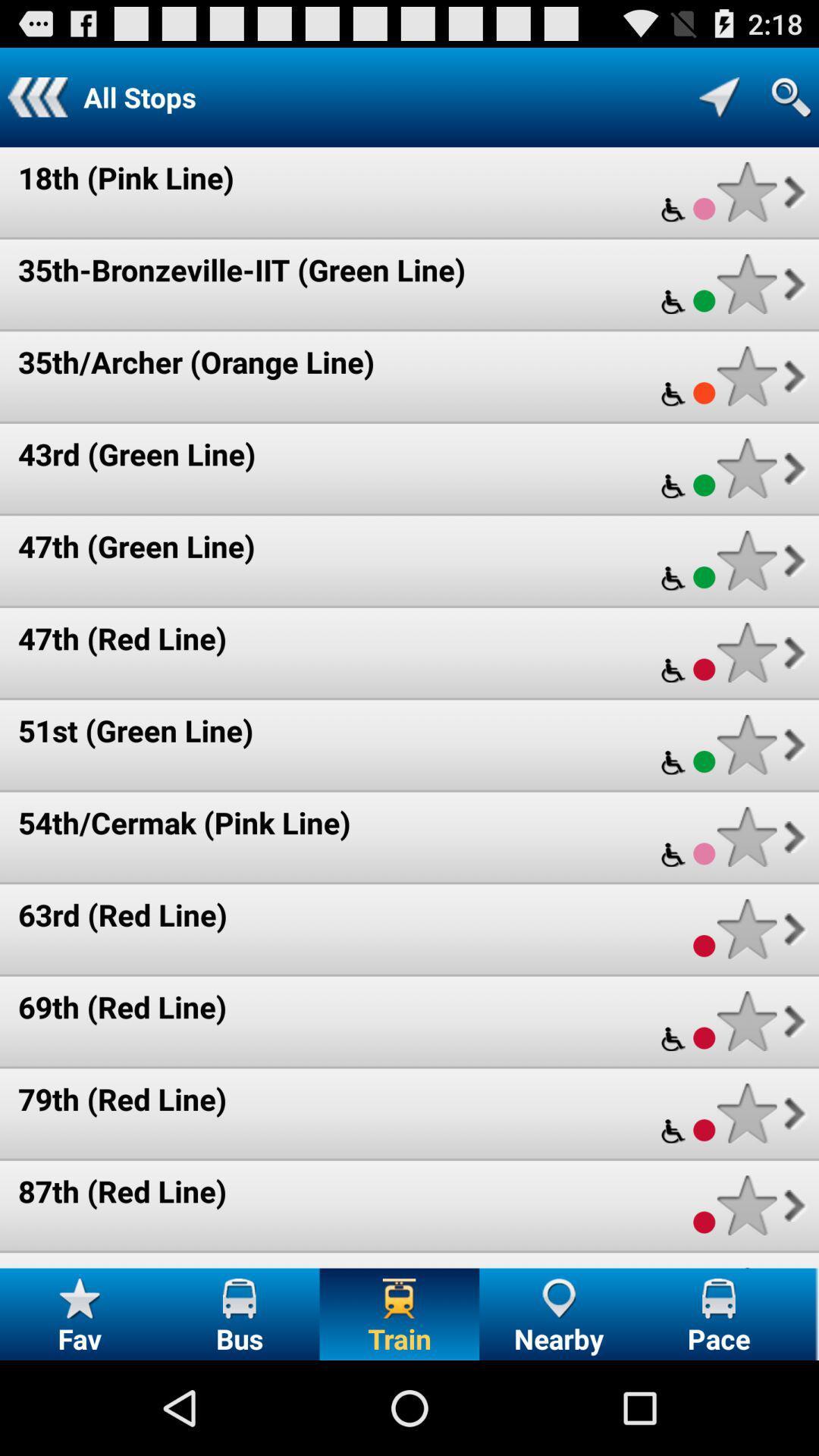 This screenshot has width=819, height=1456. Describe the element at coordinates (746, 1204) in the screenshot. I see `87th` at that location.